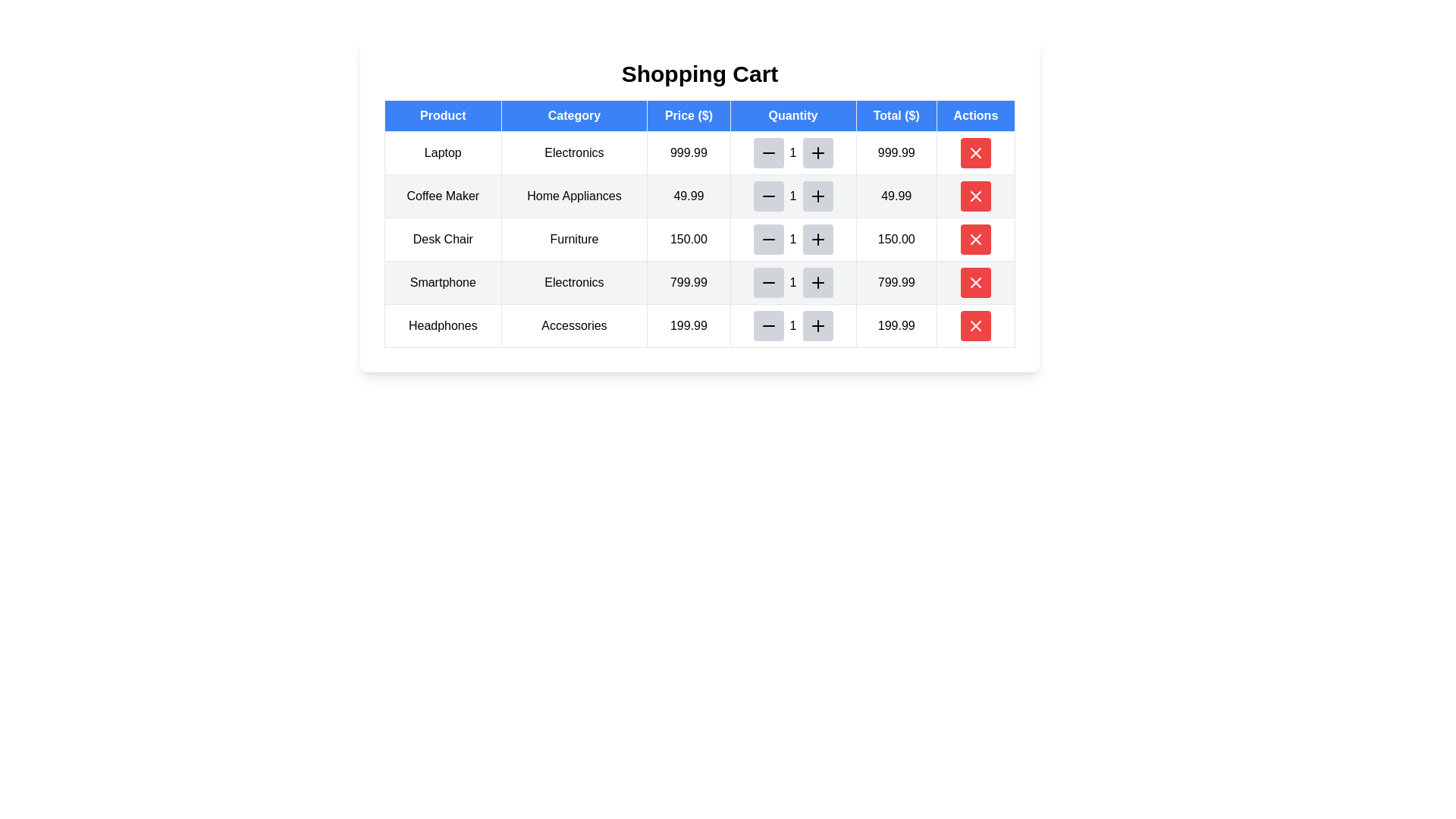 The height and width of the screenshot is (819, 1456). I want to click on the 'Remove' button for the 'Coffee Maker' item located in the 'Actions' column at the far right of its row, so click(975, 195).